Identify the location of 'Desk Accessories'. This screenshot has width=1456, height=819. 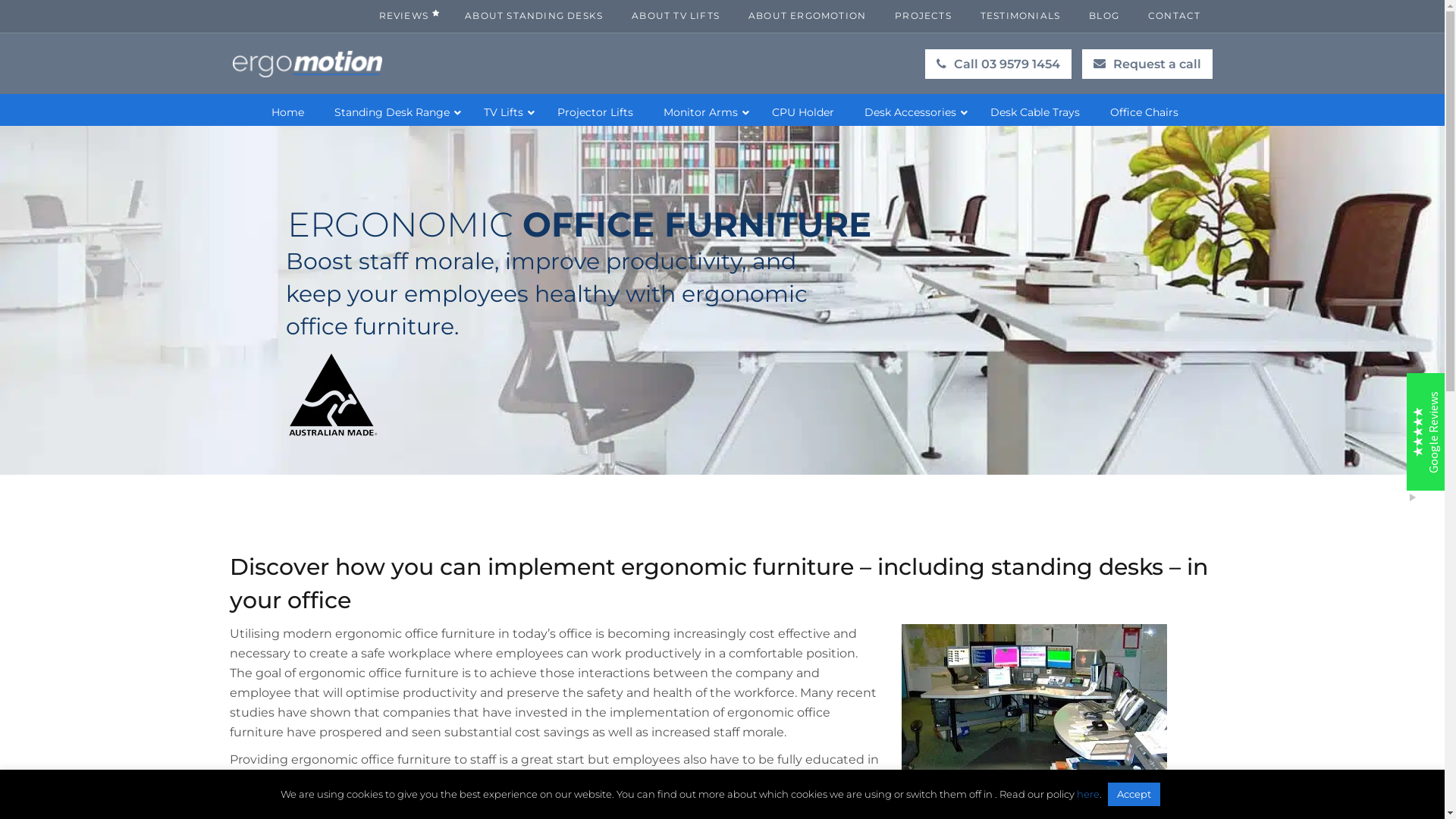
(912, 111).